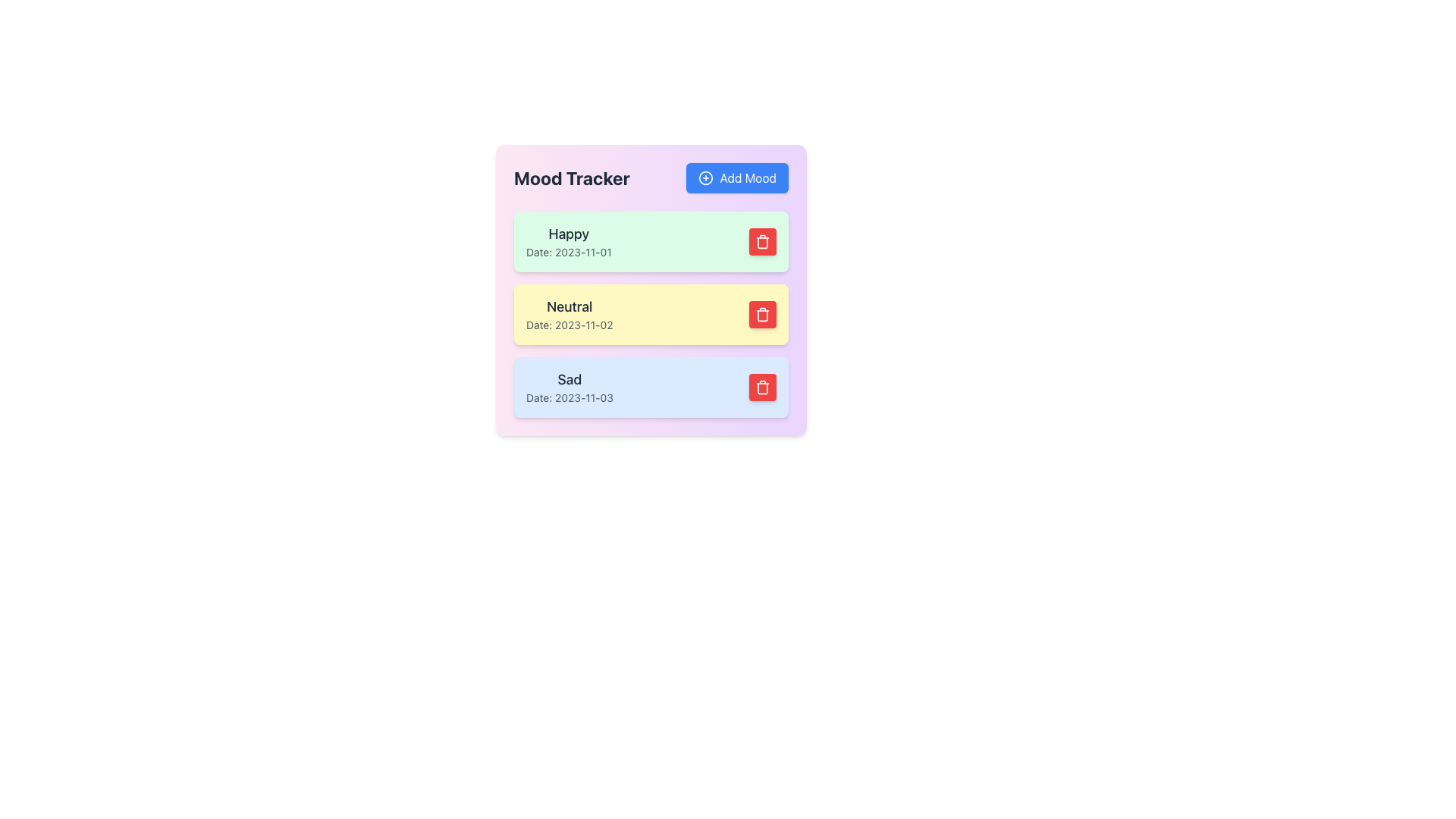  I want to click on the 'Mood Tracker' text label, which is a bold and large-sized header styled in dark color against a light background, so click(570, 177).